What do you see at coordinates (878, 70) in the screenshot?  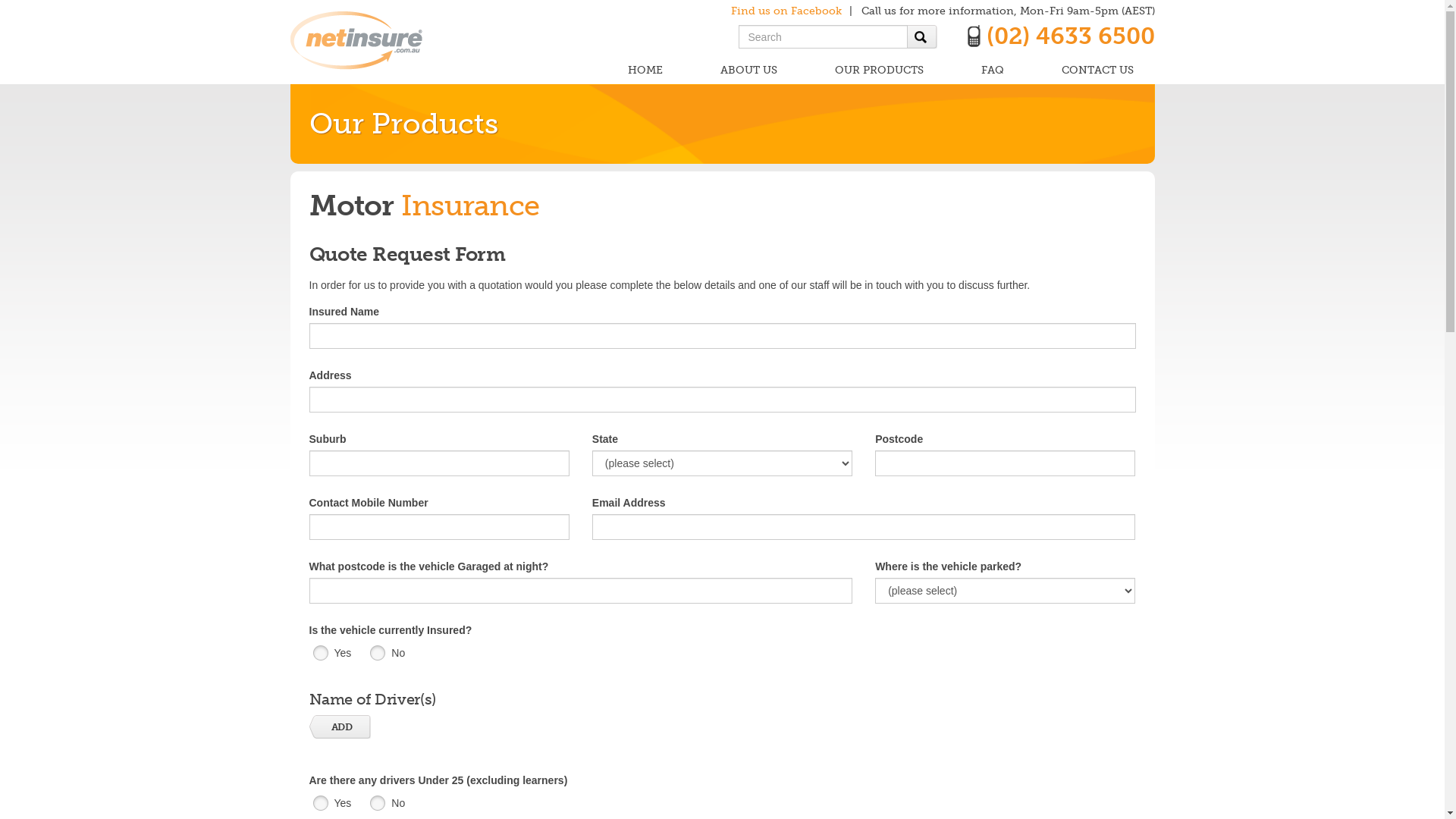 I see `'OUR PRODUCTS'` at bounding box center [878, 70].